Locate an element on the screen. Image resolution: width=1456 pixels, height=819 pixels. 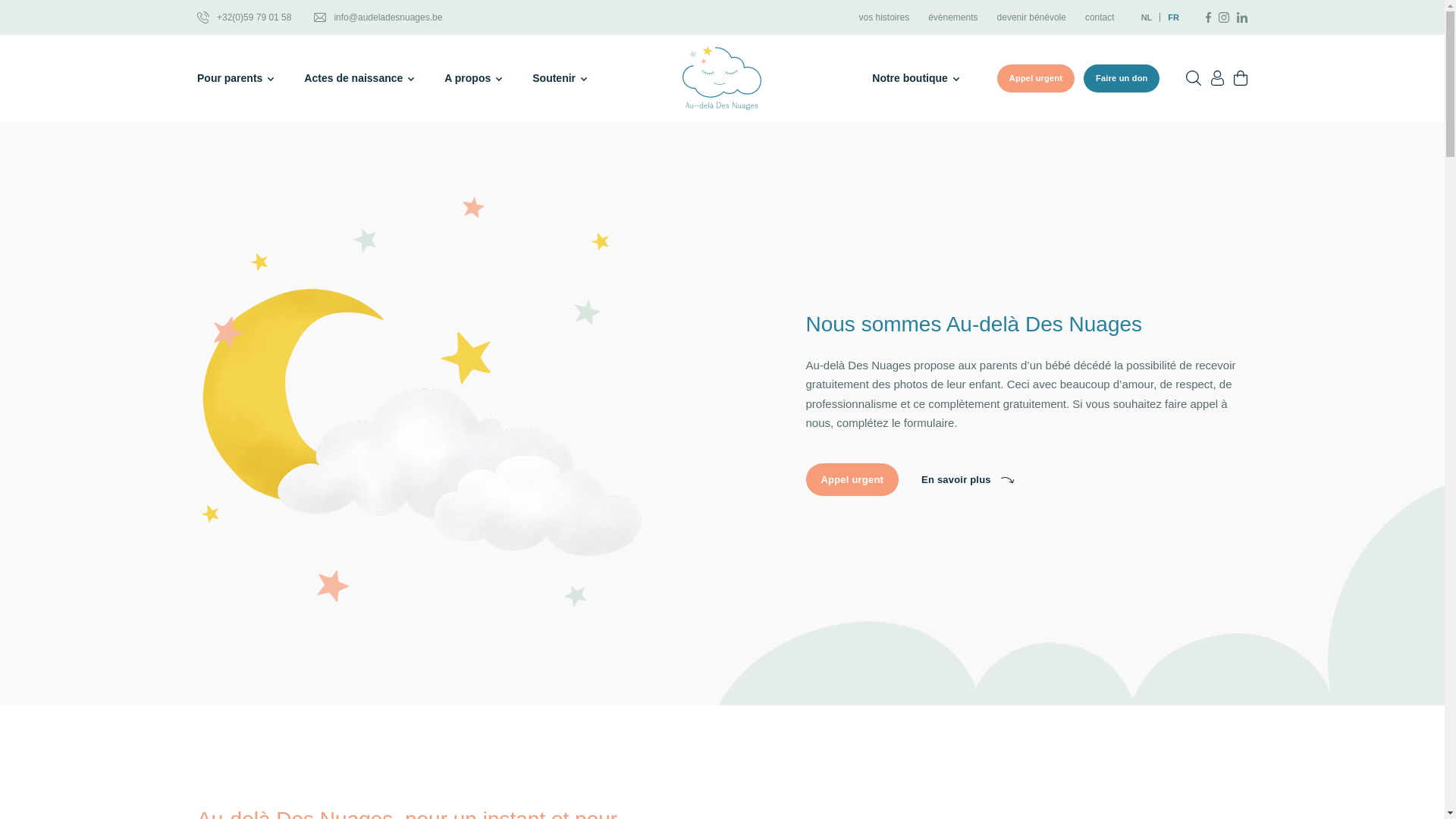
'contact' is located at coordinates (1100, 17).